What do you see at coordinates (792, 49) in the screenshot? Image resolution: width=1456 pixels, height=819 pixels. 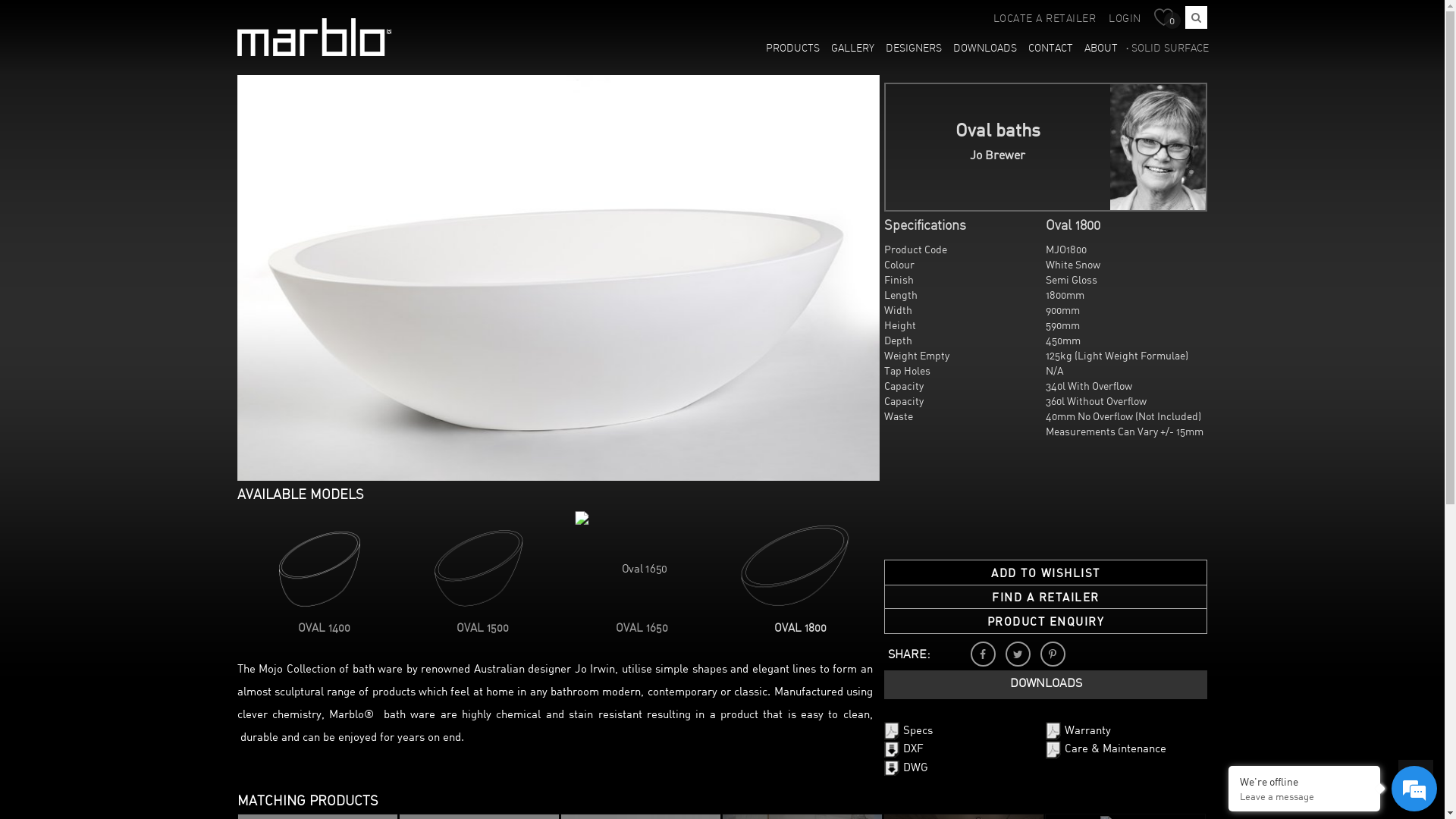 I see `'PRODUCTS'` at bounding box center [792, 49].